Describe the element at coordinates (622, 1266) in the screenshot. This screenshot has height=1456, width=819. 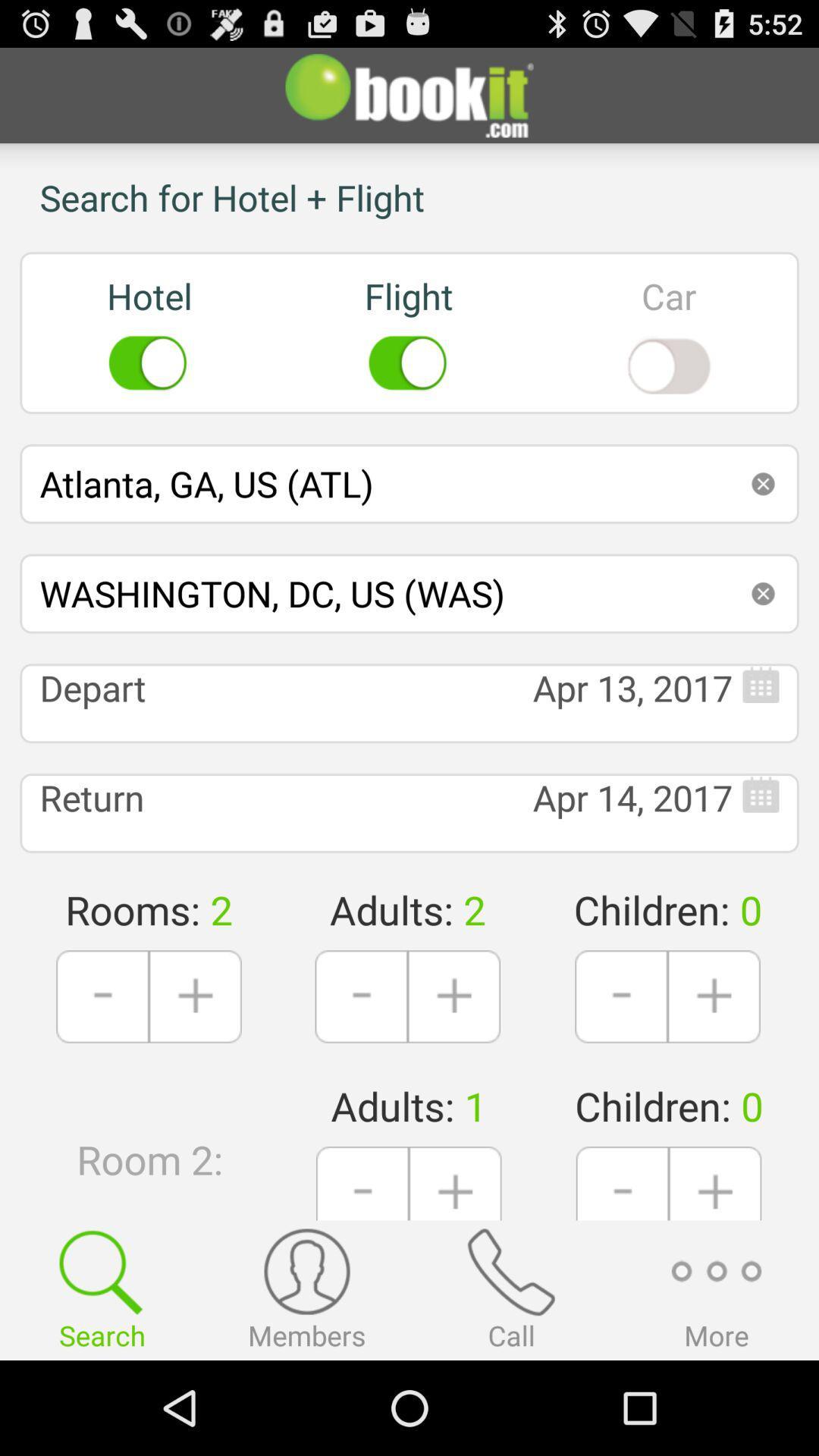
I see `the minus icon` at that location.